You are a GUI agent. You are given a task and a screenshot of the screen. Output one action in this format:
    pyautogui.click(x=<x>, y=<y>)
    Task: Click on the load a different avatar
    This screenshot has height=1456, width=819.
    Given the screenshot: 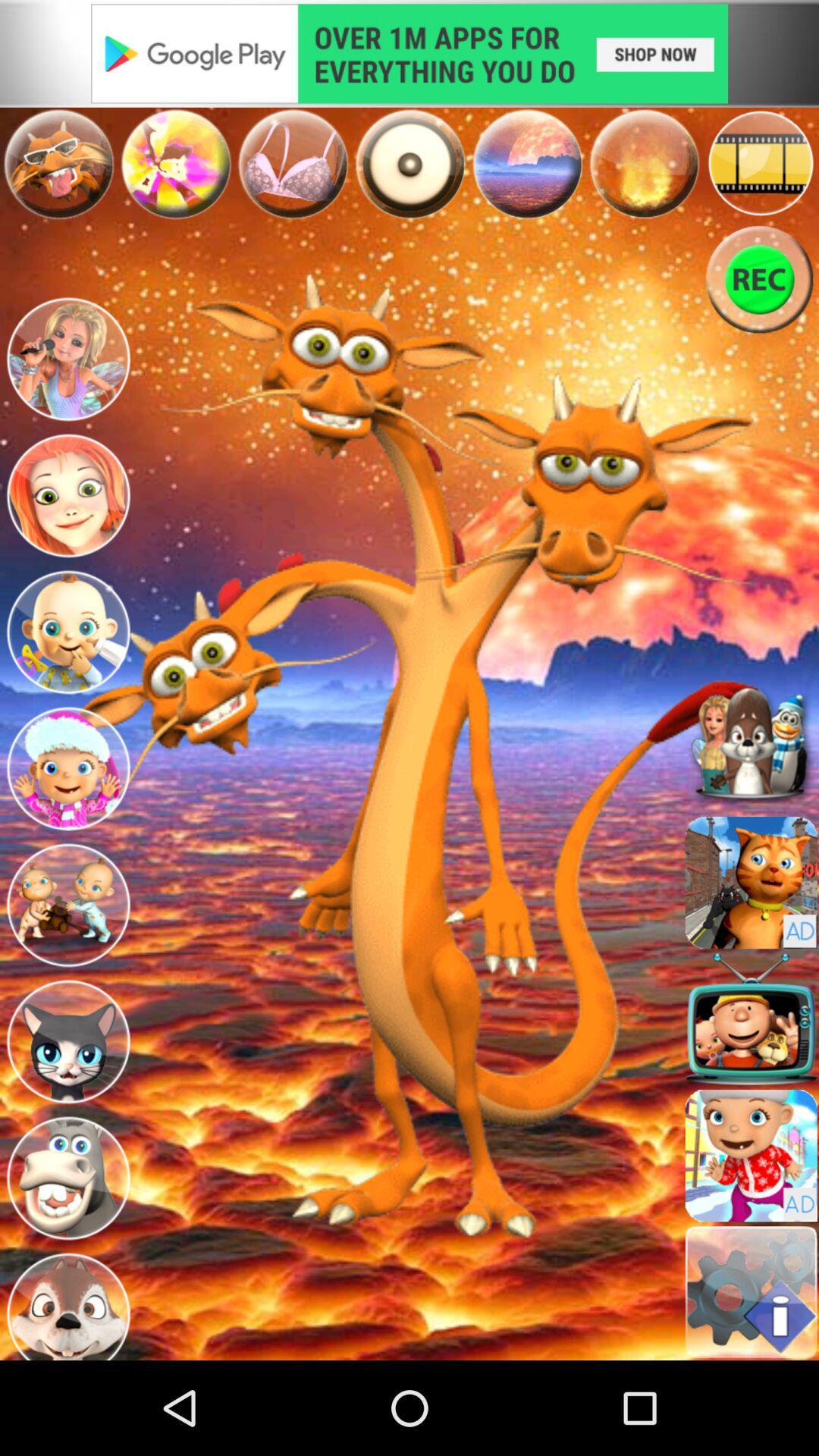 What is the action you would take?
    pyautogui.click(x=751, y=882)
    